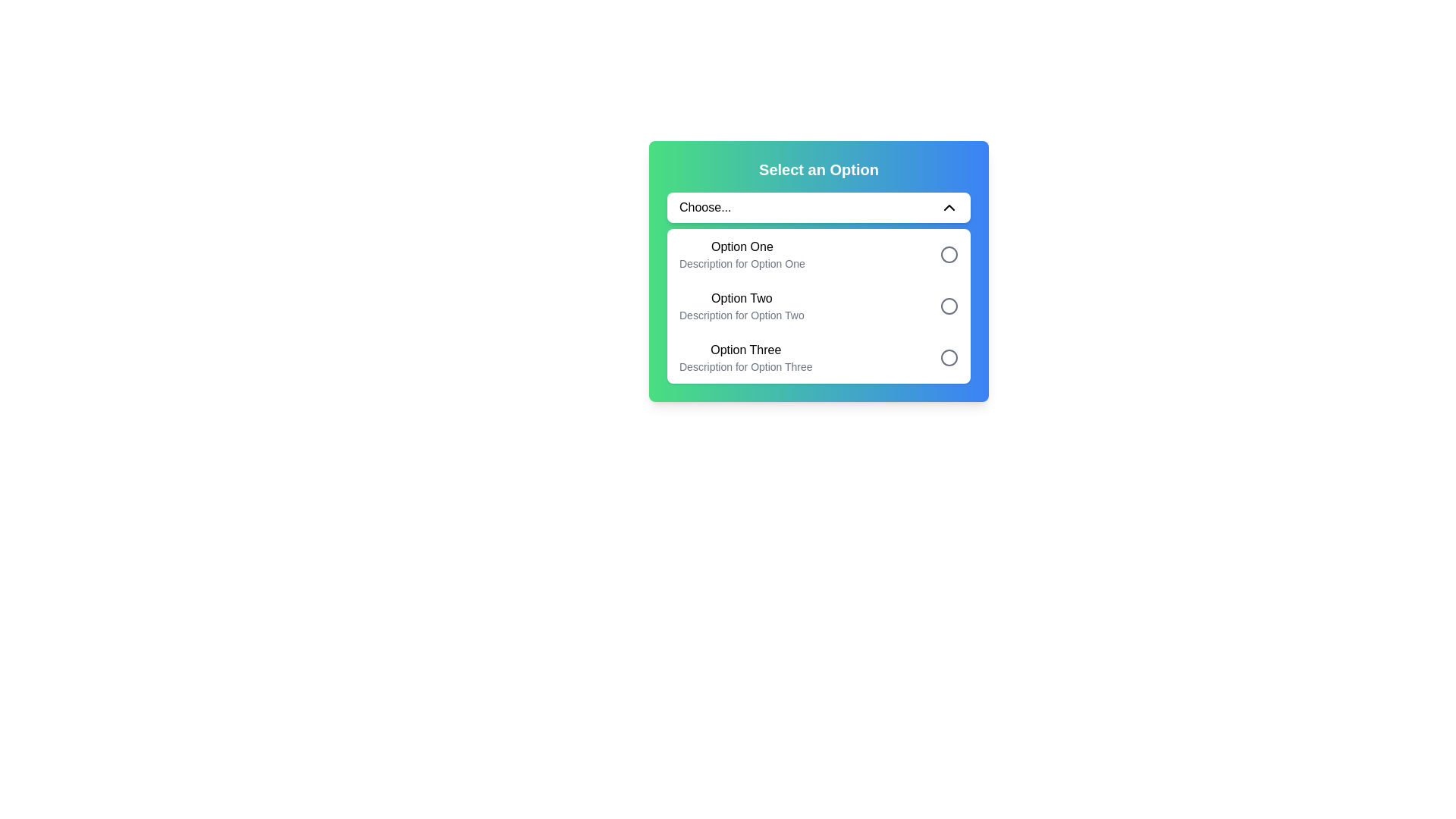  What do you see at coordinates (704, 207) in the screenshot?
I see `the text node displaying 'Choose...' located within the dropdown interface, which is styled with standard black text on a white background` at bounding box center [704, 207].